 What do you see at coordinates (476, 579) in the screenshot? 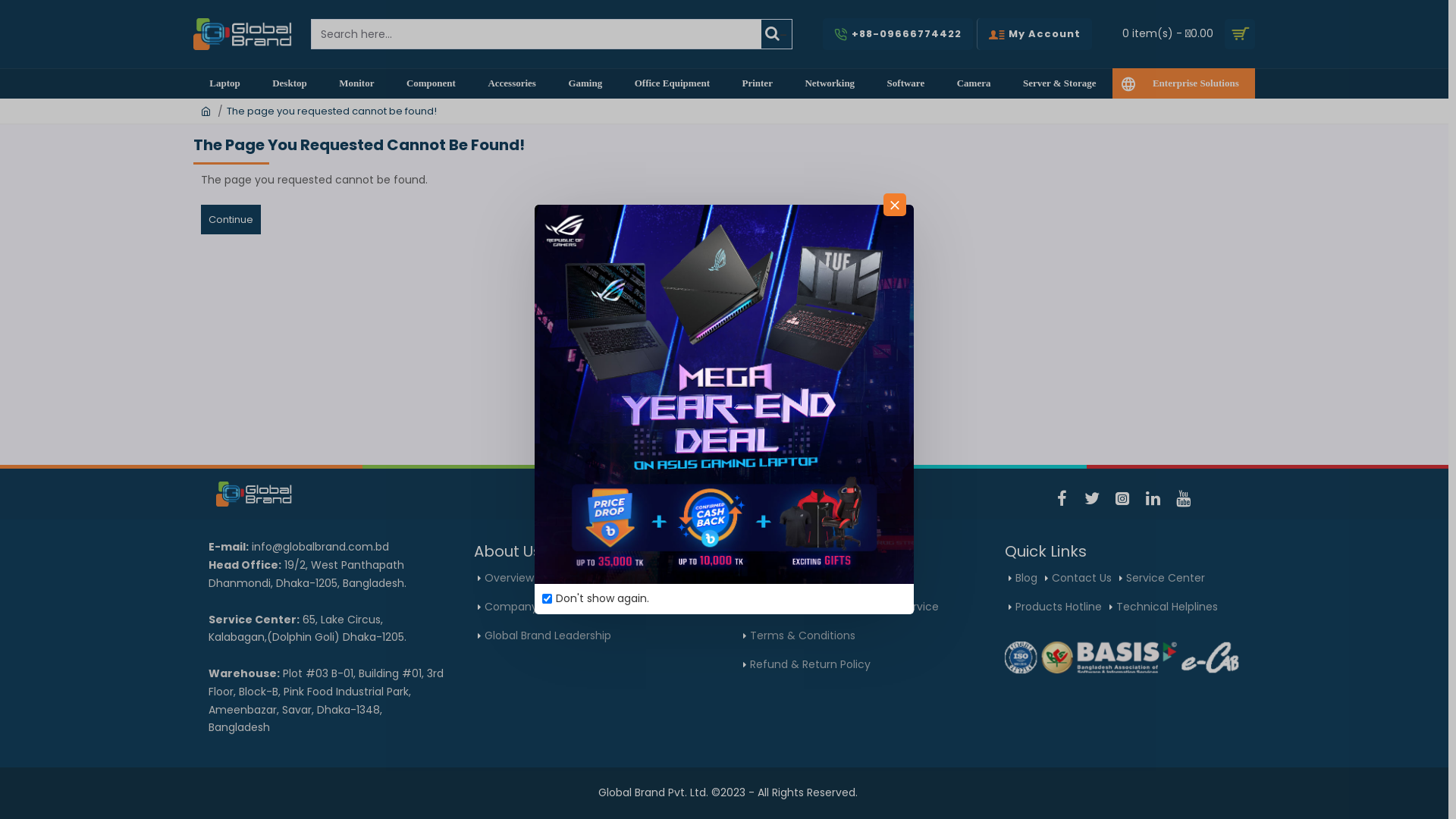
I see `'Overview'` at bounding box center [476, 579].